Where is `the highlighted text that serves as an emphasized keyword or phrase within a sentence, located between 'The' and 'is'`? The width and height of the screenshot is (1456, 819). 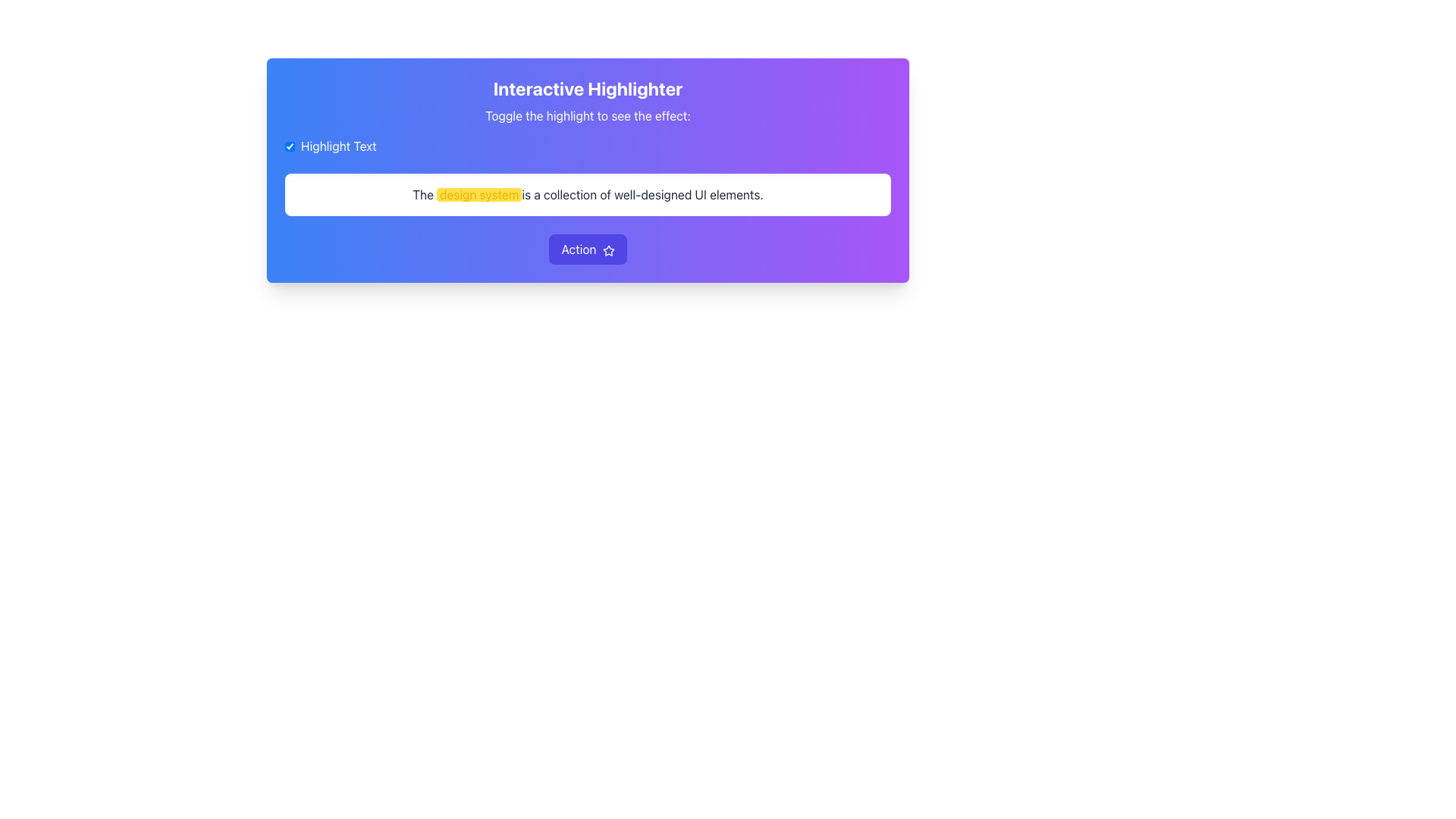
the highlighted text that serves as an emphasized keyword or phrase within a sentence, located between 'The' and 'is' is located at coordinates (479, 194).